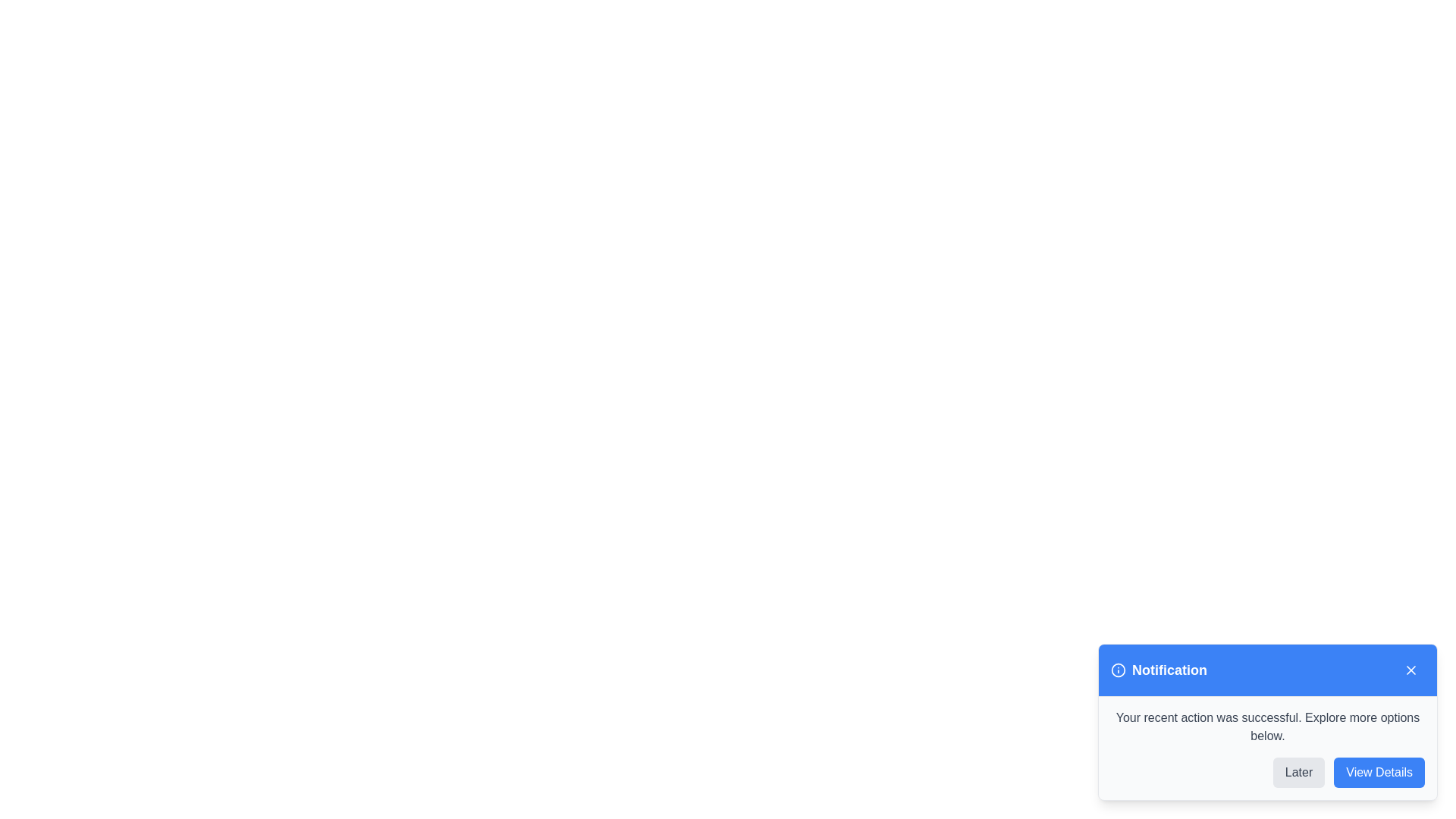  What do you see at coordinates (1379, 772) in the screenshot?
I see `the second button in the horizontal button group located at the bottom-right section of the notification card to observe the hover effect` at bounding box center [1379, 772].